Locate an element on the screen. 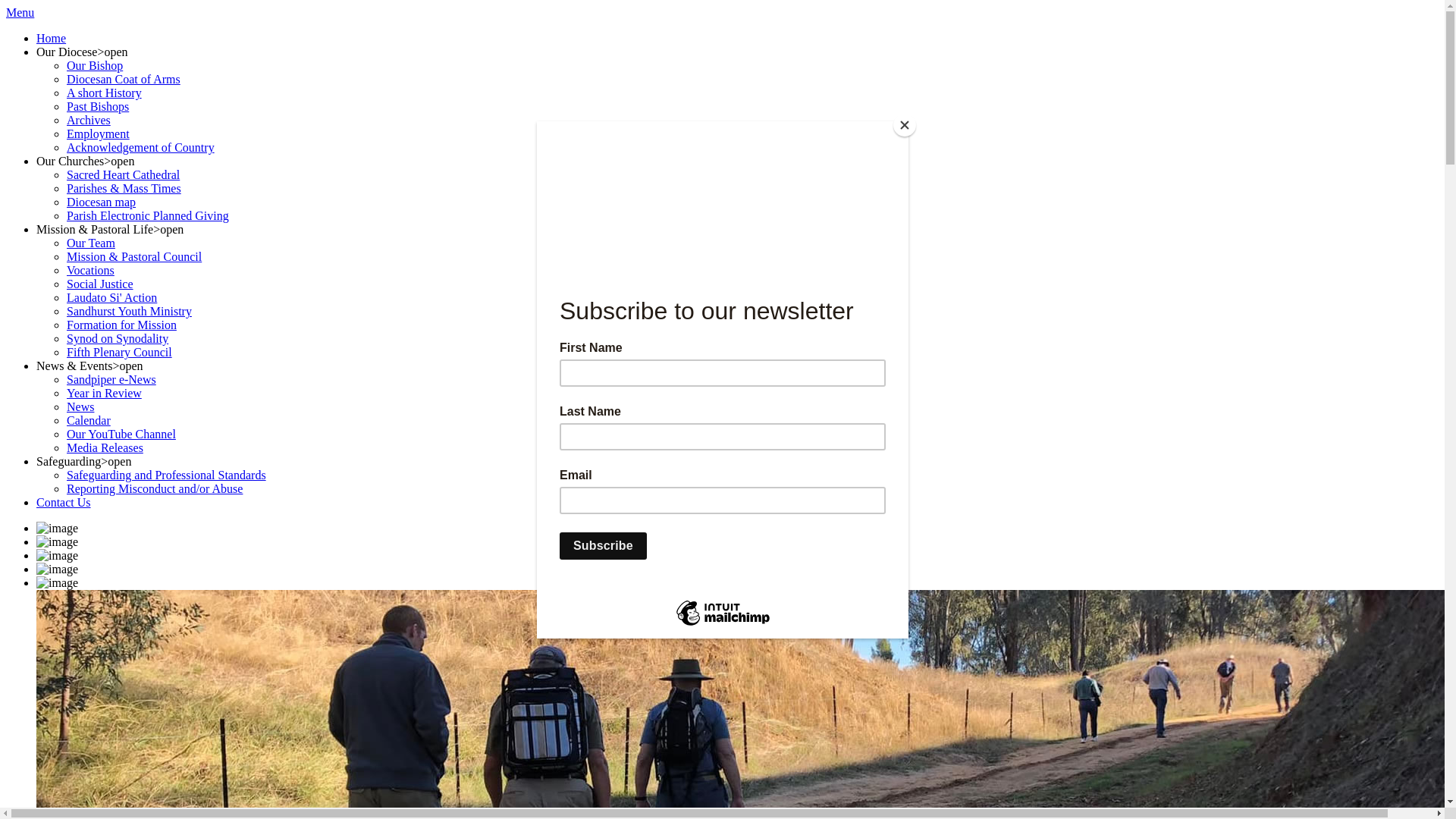 Image resolution: width=1456 pixels, height=819 pixels. 'Employment' is located at coordinates (97, 133).